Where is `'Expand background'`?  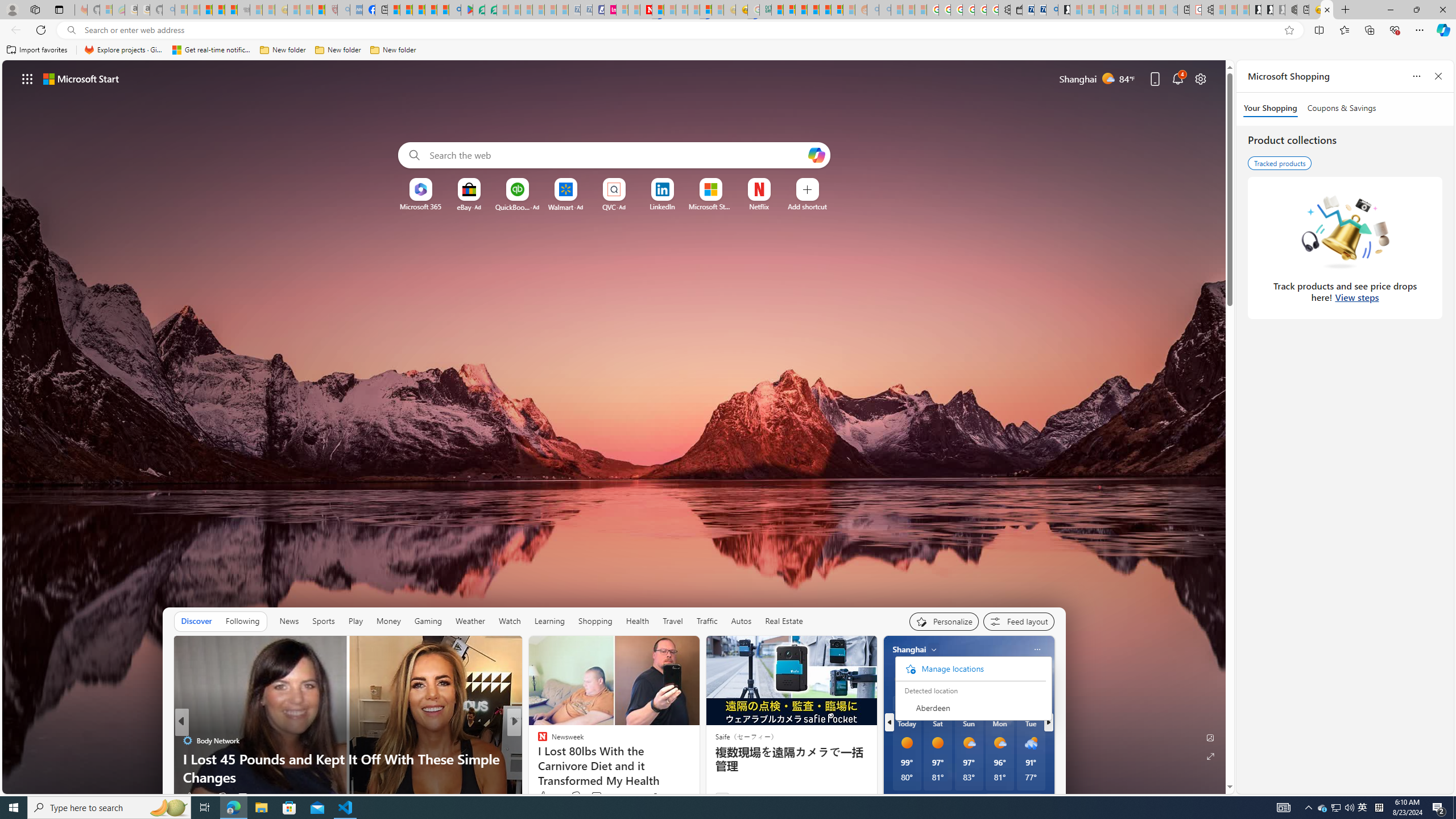 'Expand background' is located at coordinates (1210, 756).